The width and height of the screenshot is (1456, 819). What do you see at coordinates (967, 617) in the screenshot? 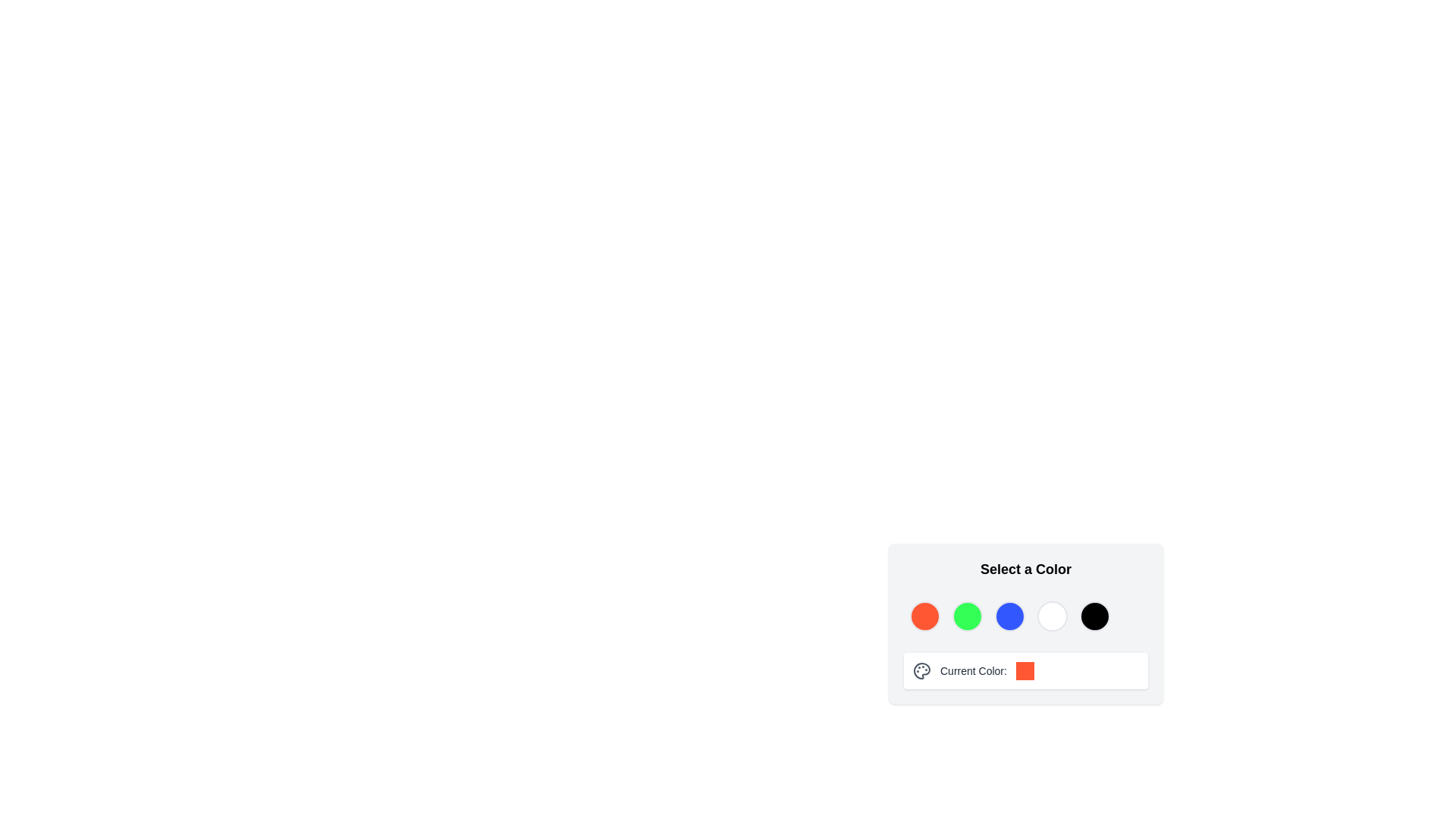
I see `the bright green circular color selection button, which is the second of five circular icons arranged horizontally` at bounding box center [967, 617].